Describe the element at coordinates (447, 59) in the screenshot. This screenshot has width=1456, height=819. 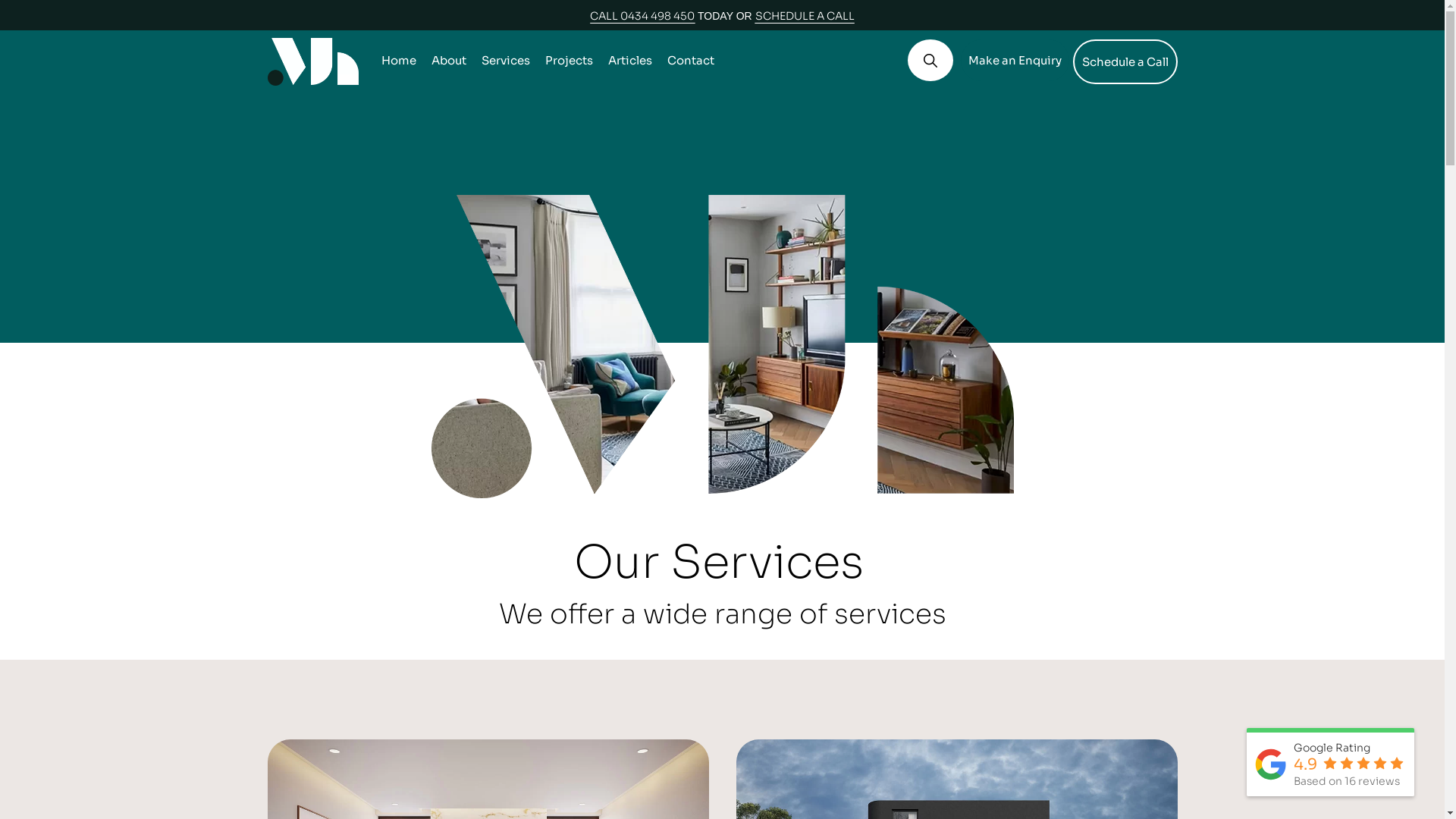
I see `'About'` at that location.